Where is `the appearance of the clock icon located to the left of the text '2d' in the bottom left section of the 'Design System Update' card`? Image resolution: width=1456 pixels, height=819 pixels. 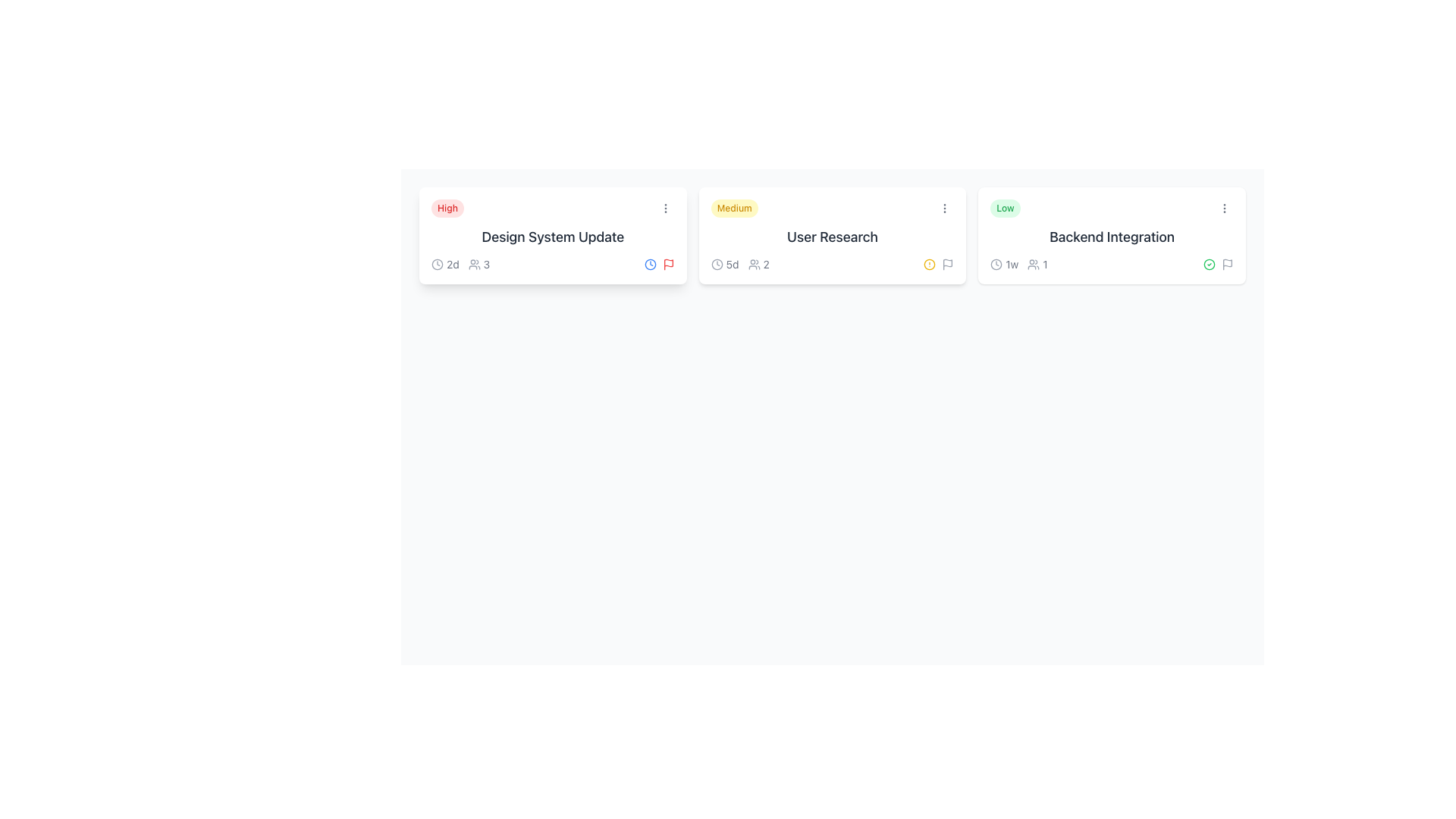 the appearance of the clock icon located to the left of the text '2d' in the bottom left section of the 'Design System Update' card is located at coordinates (436, 263).